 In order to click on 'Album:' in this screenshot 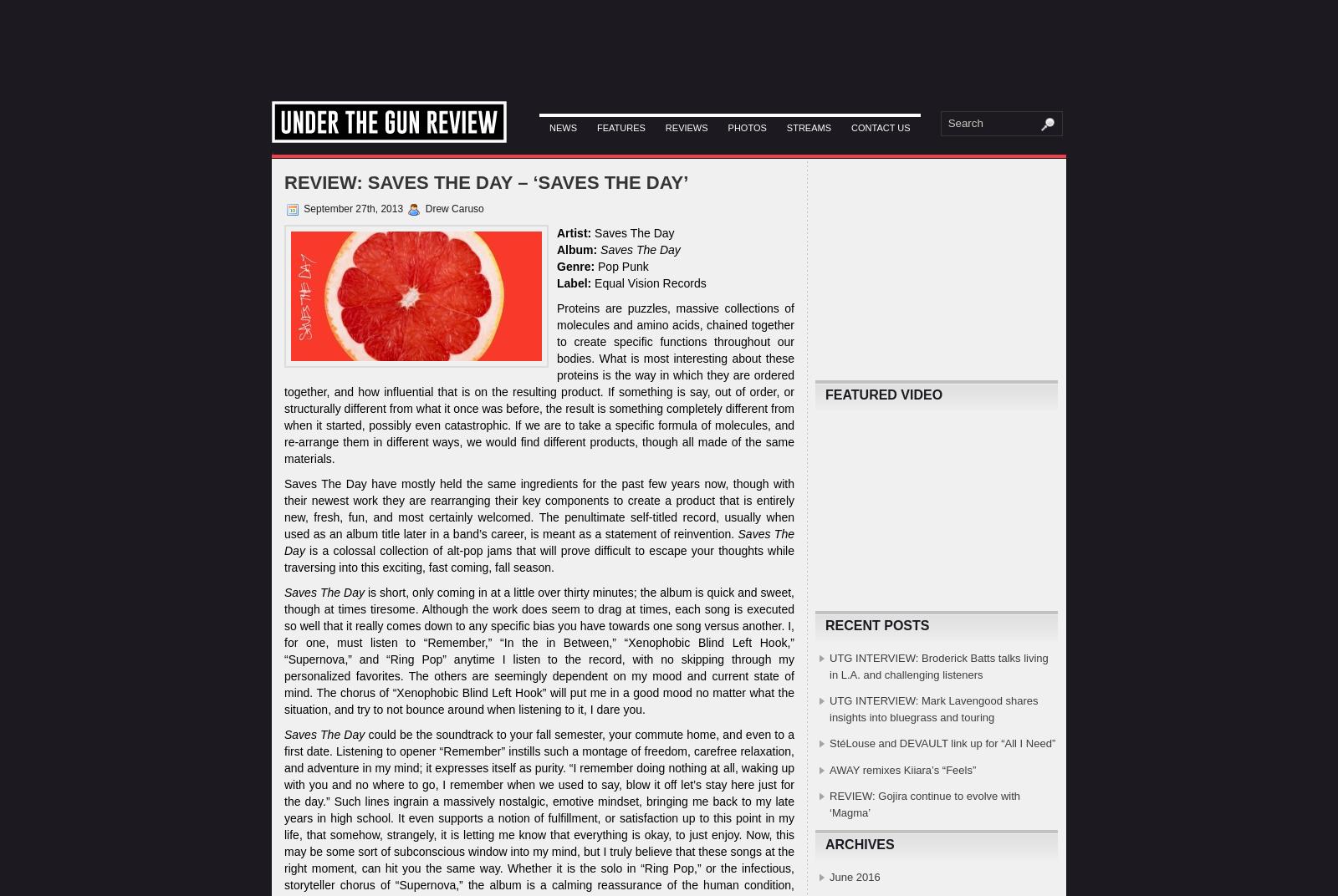, I will do `click(577, 248)`.